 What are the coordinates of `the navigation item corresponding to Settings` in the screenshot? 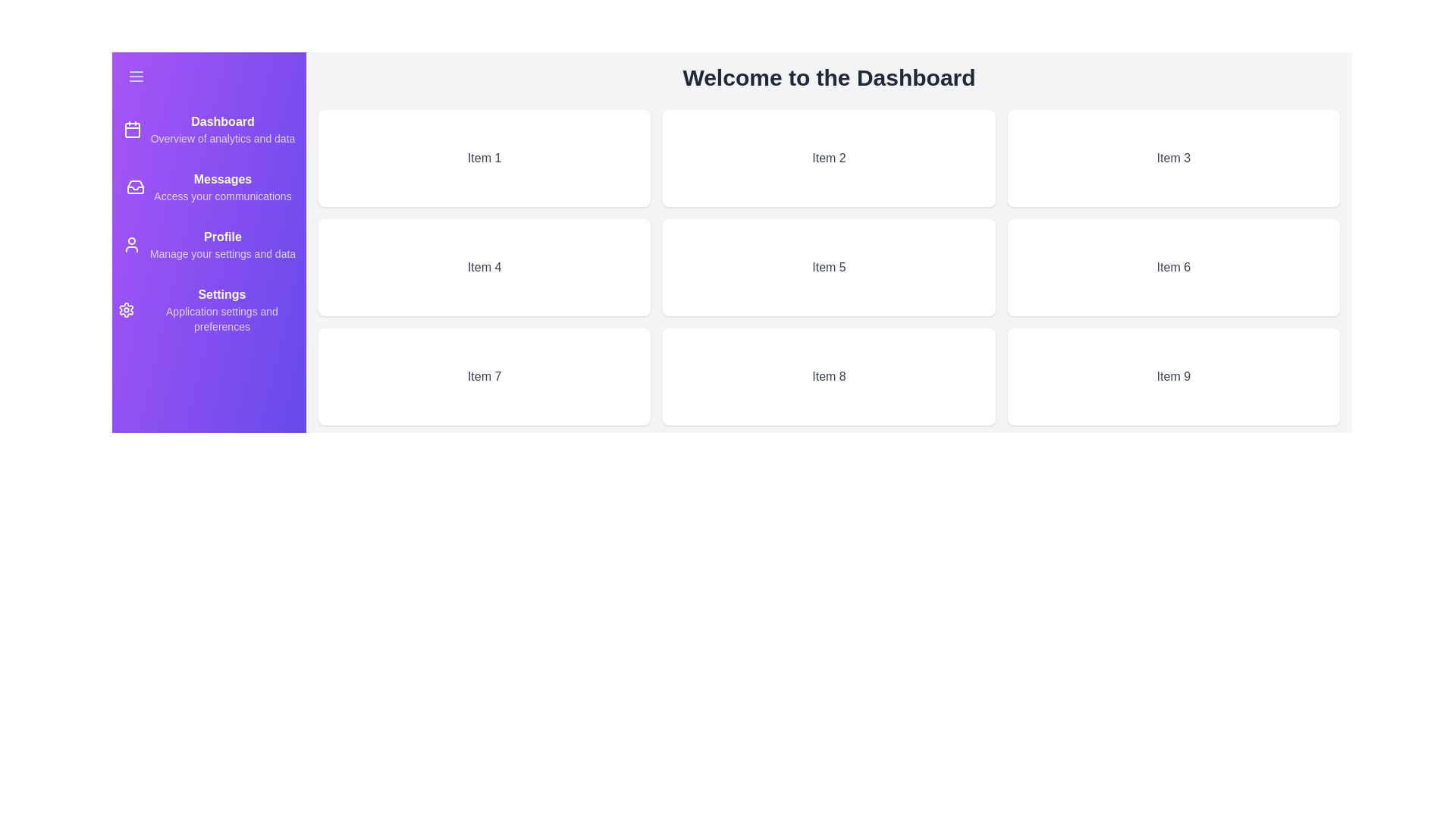 It's located at (208, 309).